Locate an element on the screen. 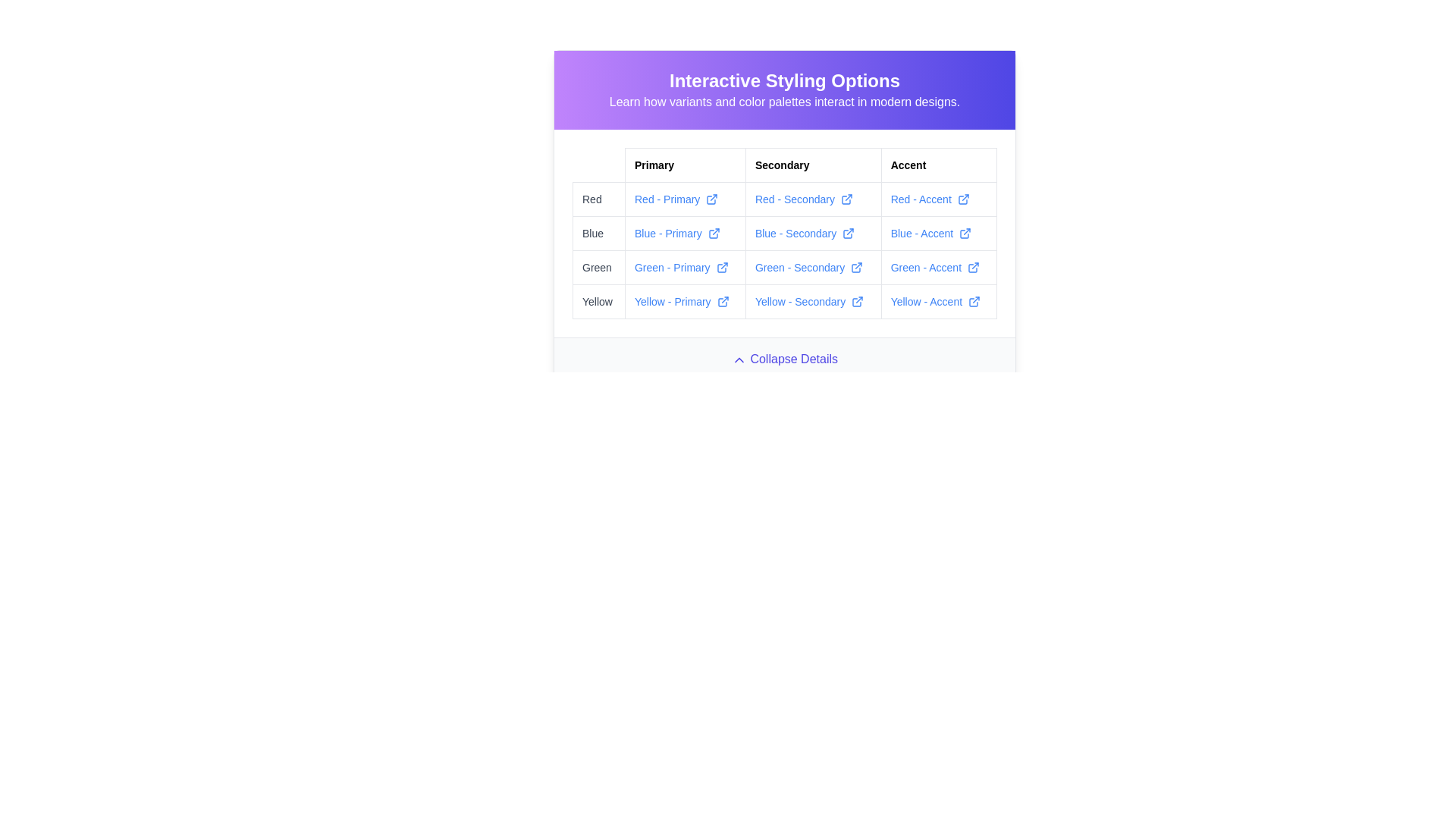 This screenshot has width=1456, height=819. the 'Red' category label located at the top left of the grid interface is located at coordinates (598, 198).